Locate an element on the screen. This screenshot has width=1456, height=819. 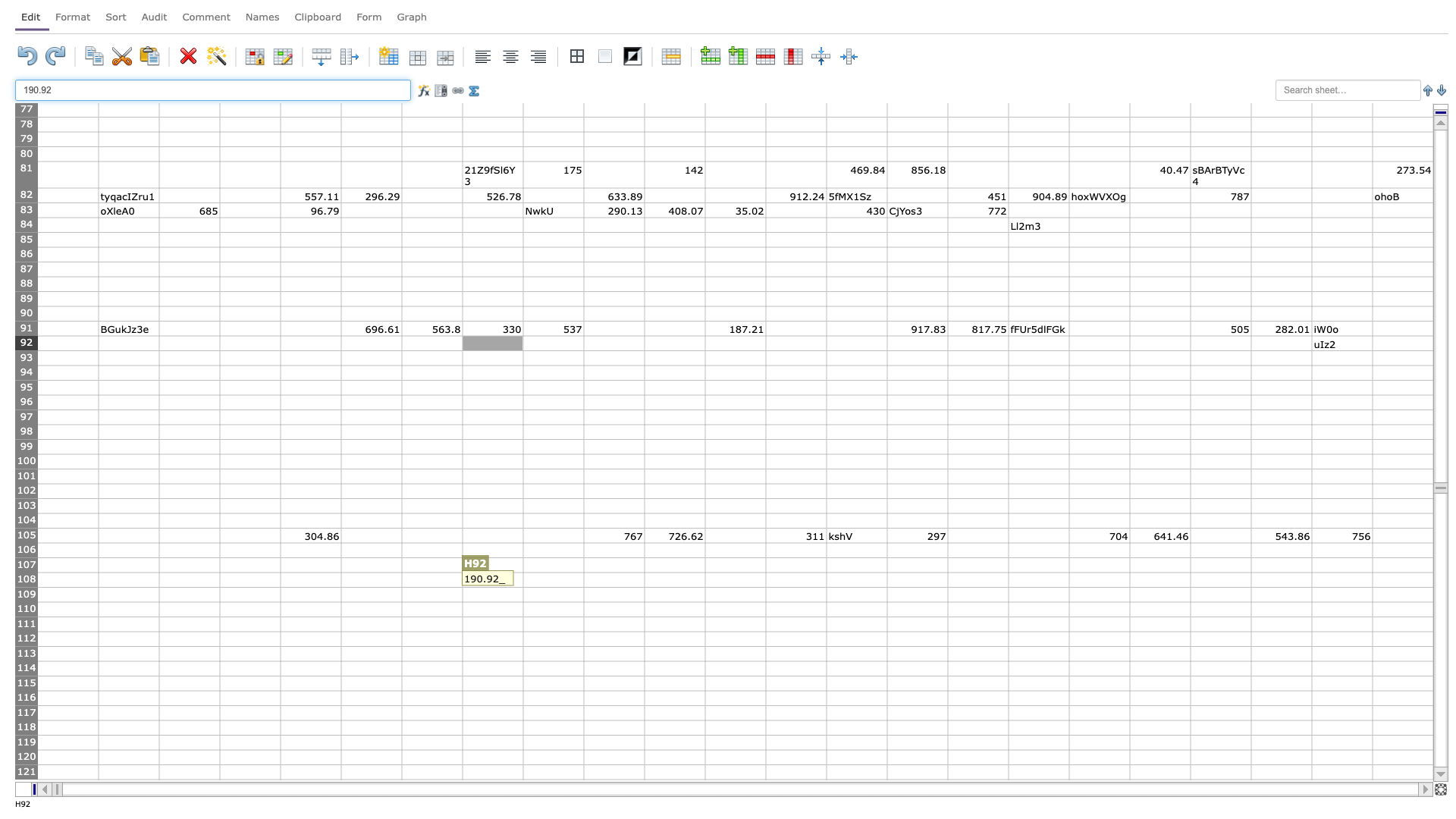
Place cursor on right border of J108 is located at coordinates (644, 579).